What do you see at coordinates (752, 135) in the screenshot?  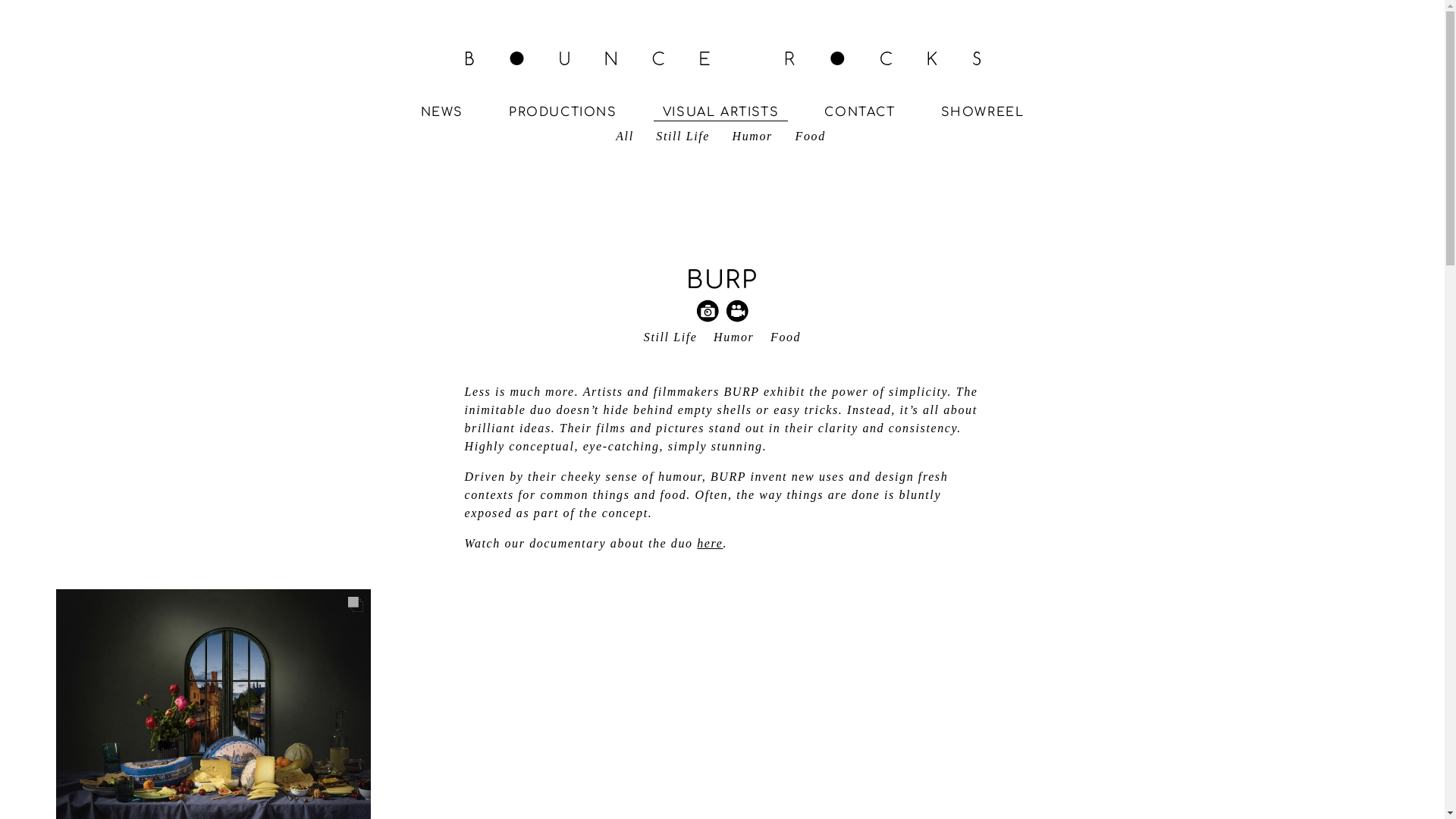 I see `'Humor'` at bounding box center [752, 135].